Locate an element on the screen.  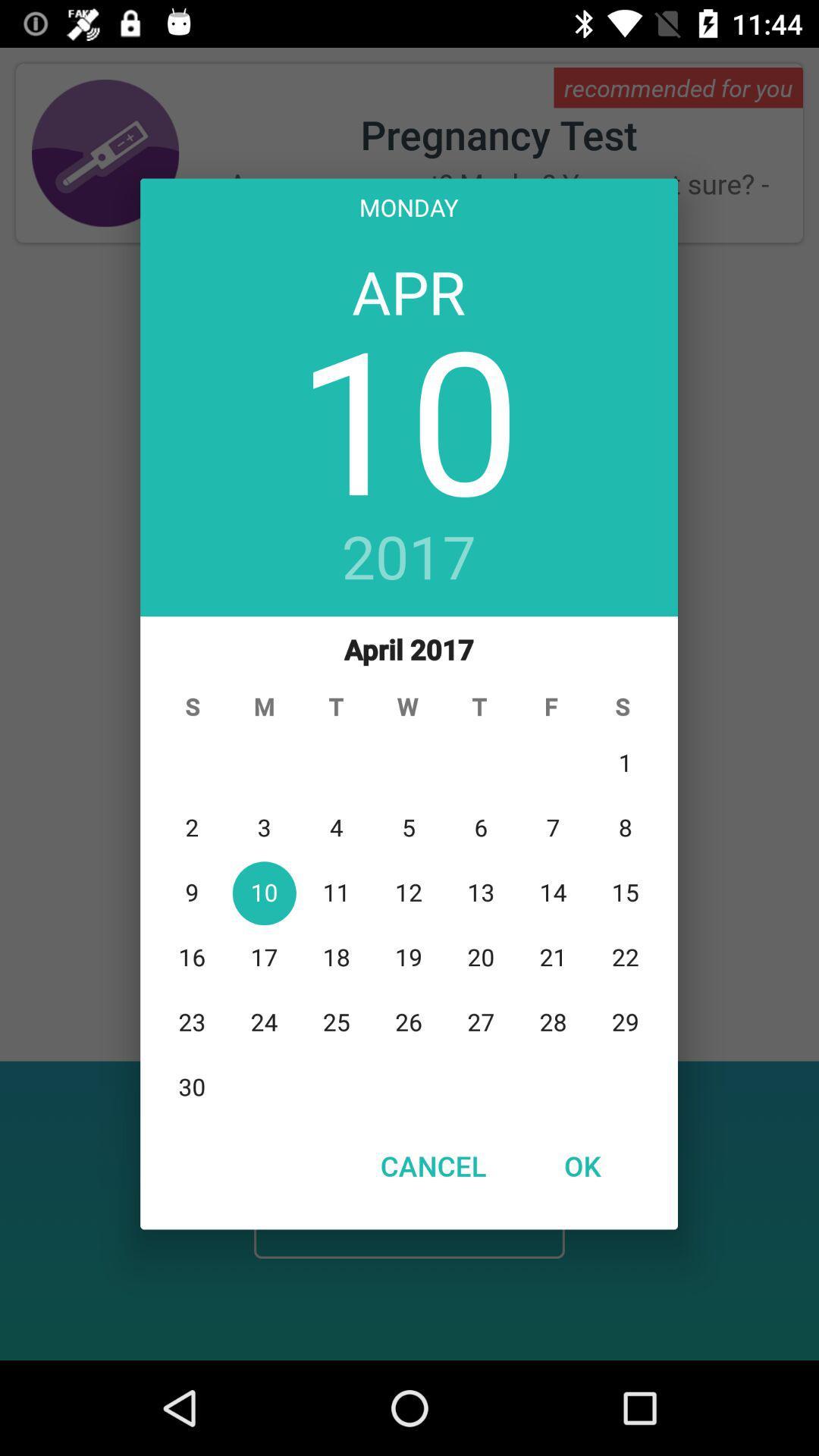
cancel button is located at coordinates (433, 1165).